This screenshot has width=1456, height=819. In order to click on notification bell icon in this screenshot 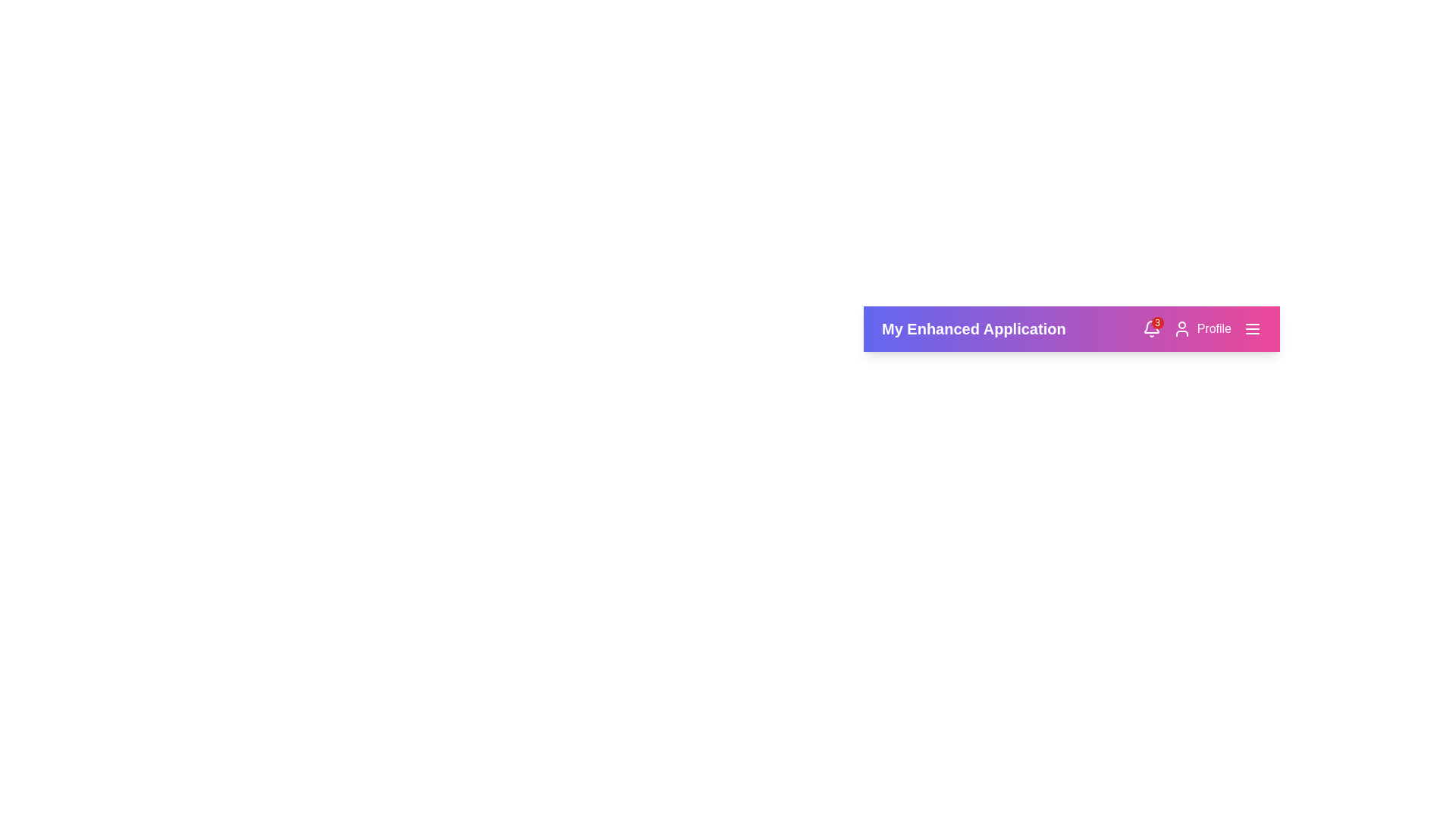, I will do `click(1151, 328)`.